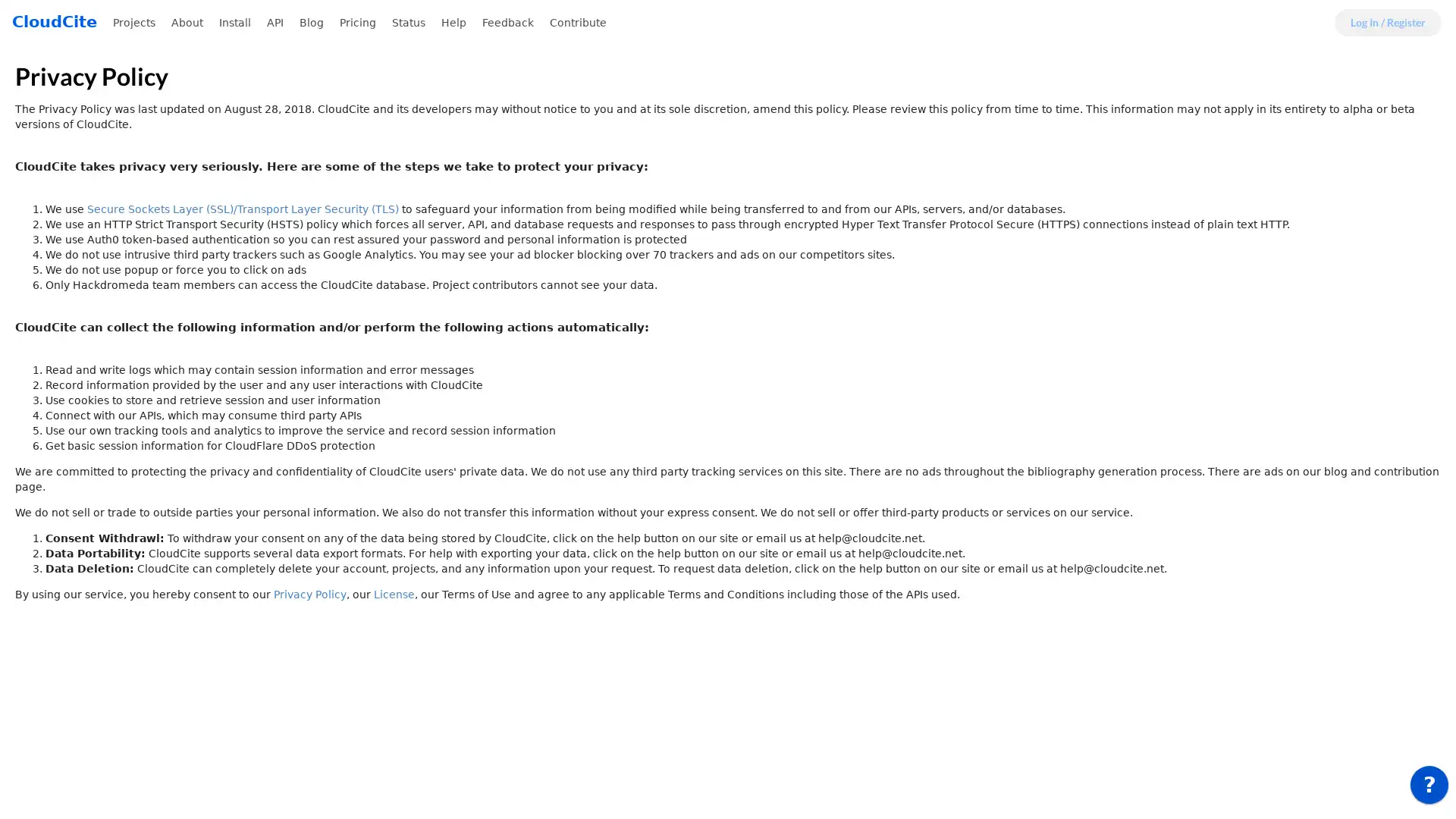  Describe the element at coordinates (1388, 23) in the screenshot. I see `Log In / Register` at that location.